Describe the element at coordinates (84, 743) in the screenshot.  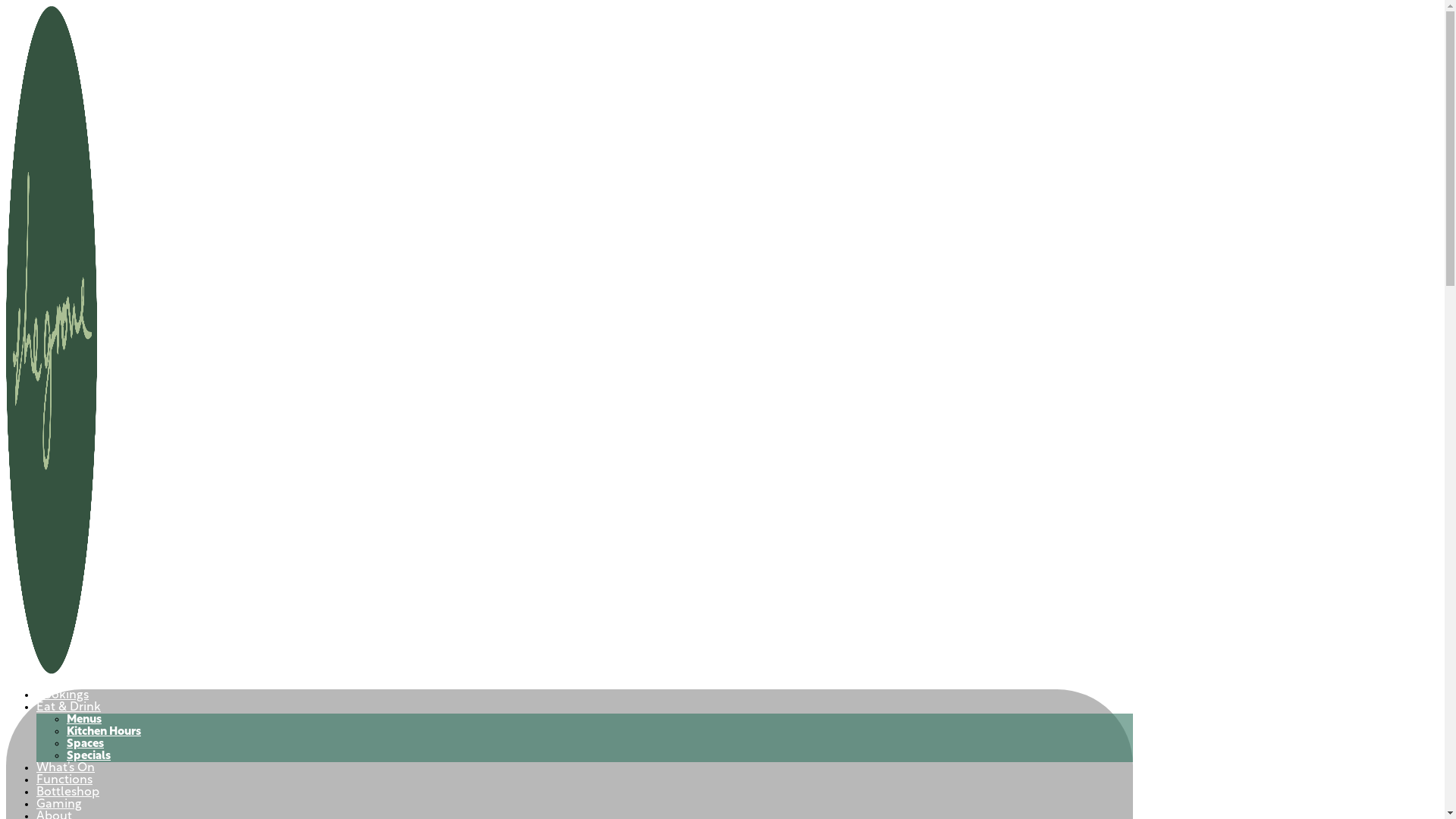
I see `'Spaces'` at that location.